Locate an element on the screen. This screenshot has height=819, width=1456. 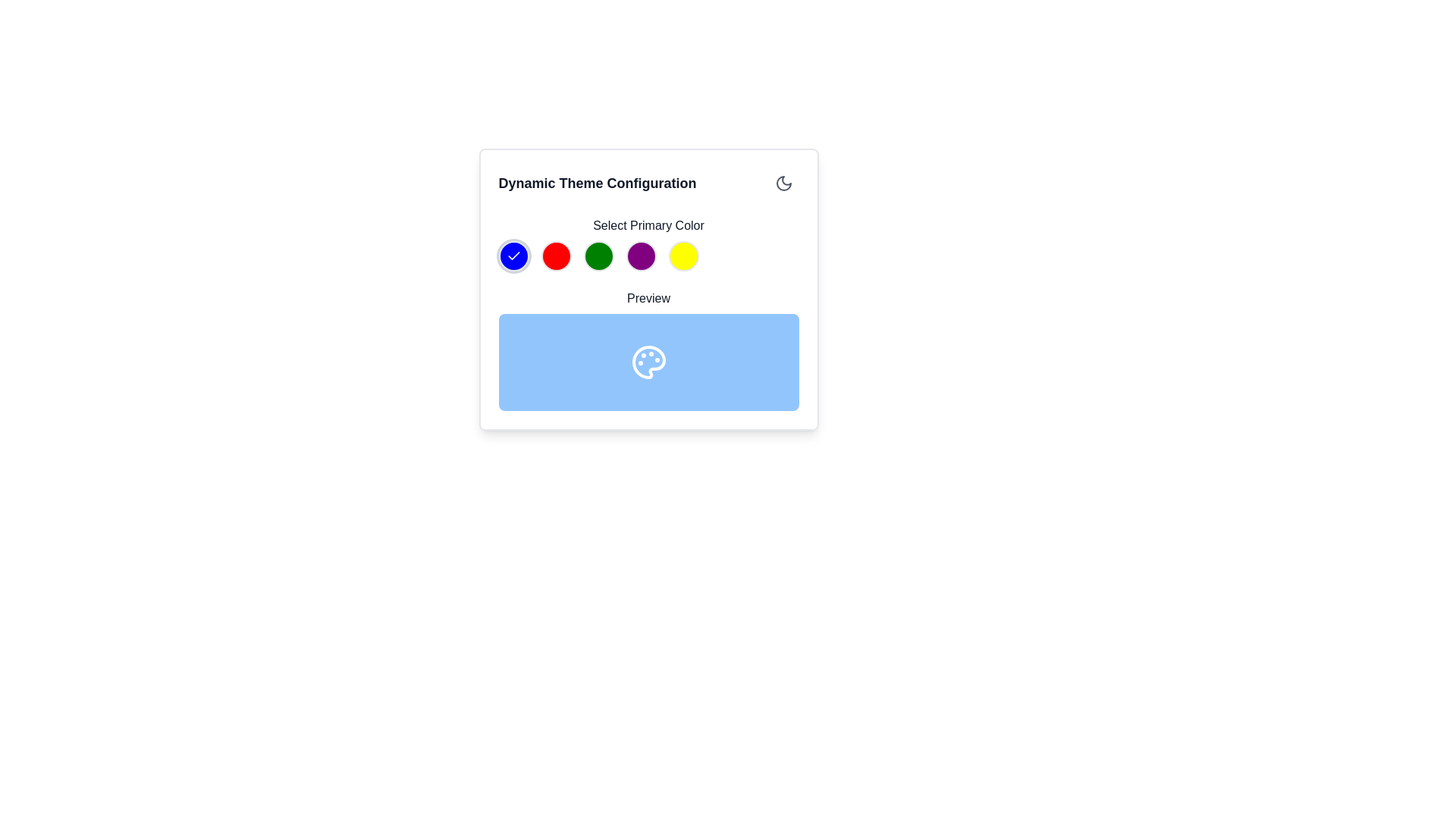
the circular button with a blue background and a white checkmark is located at coordinates (513, 256).